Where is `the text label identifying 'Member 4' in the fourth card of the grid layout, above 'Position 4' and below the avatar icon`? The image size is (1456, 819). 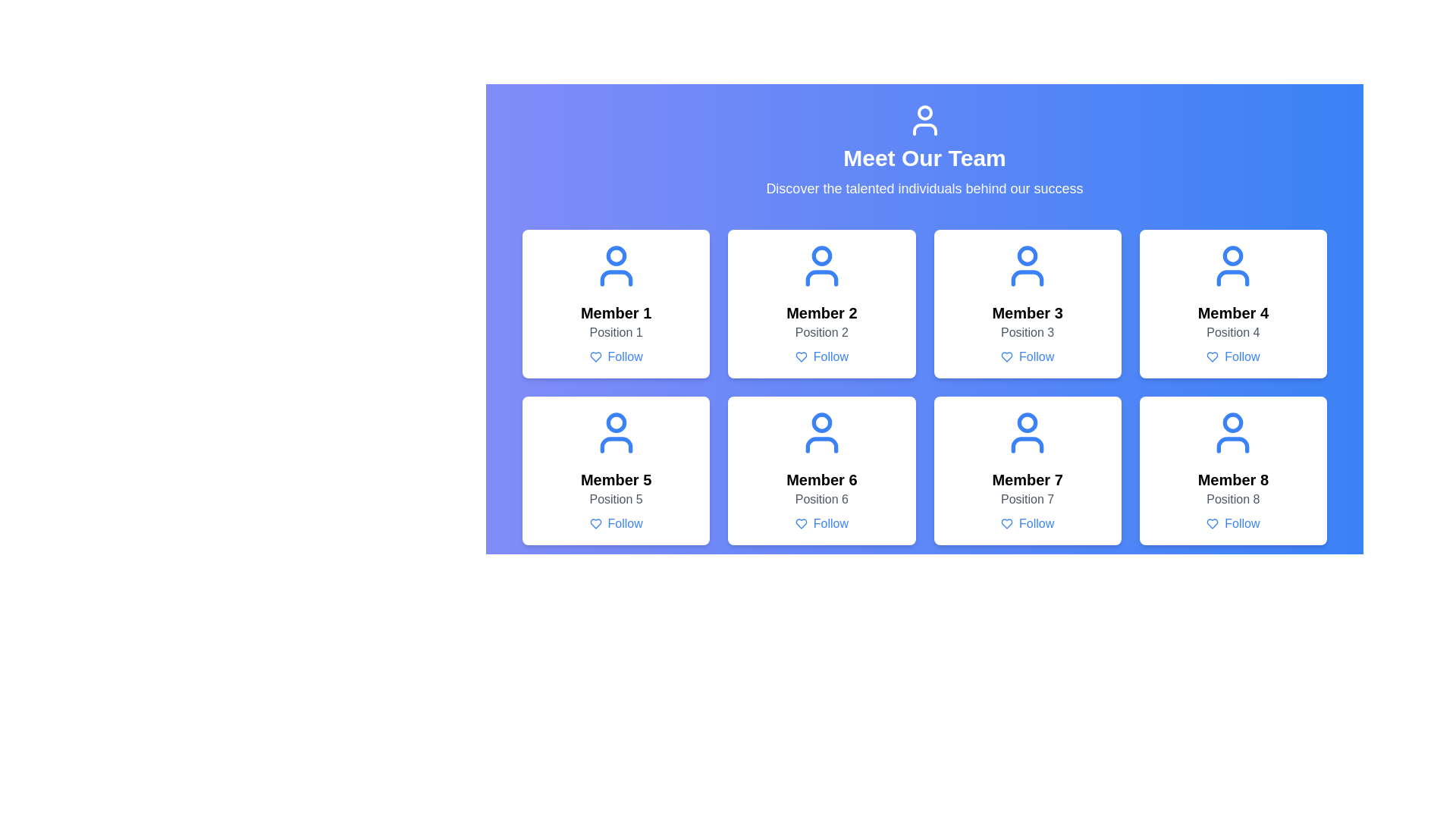
the text label identifying 'Member 4' in the fourth card of the grid layout, above 'Position 4' and below the avatar icon is located at coordinates (1233, 312).